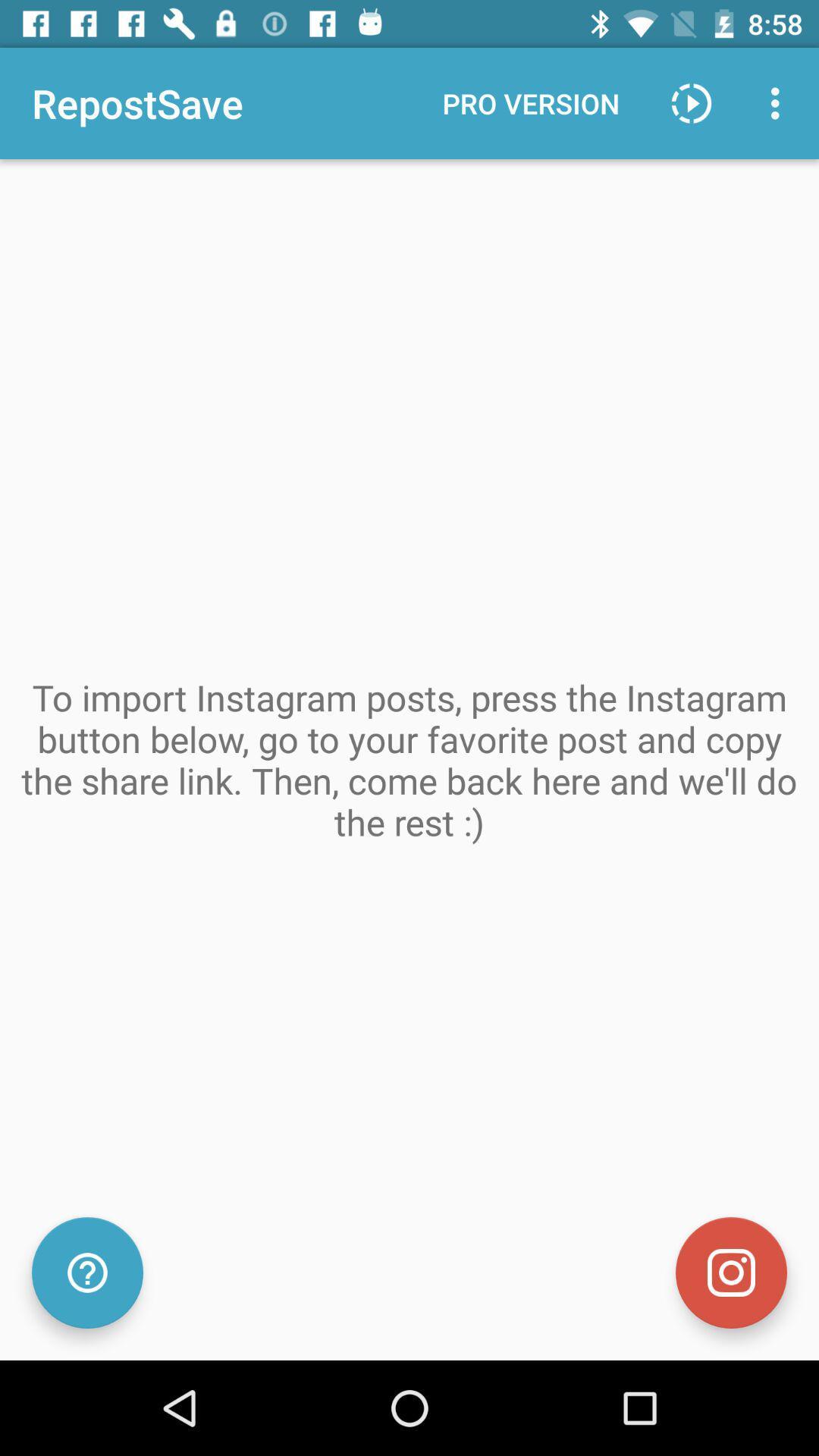  I want to click on open instagram, so click(730, 1272).